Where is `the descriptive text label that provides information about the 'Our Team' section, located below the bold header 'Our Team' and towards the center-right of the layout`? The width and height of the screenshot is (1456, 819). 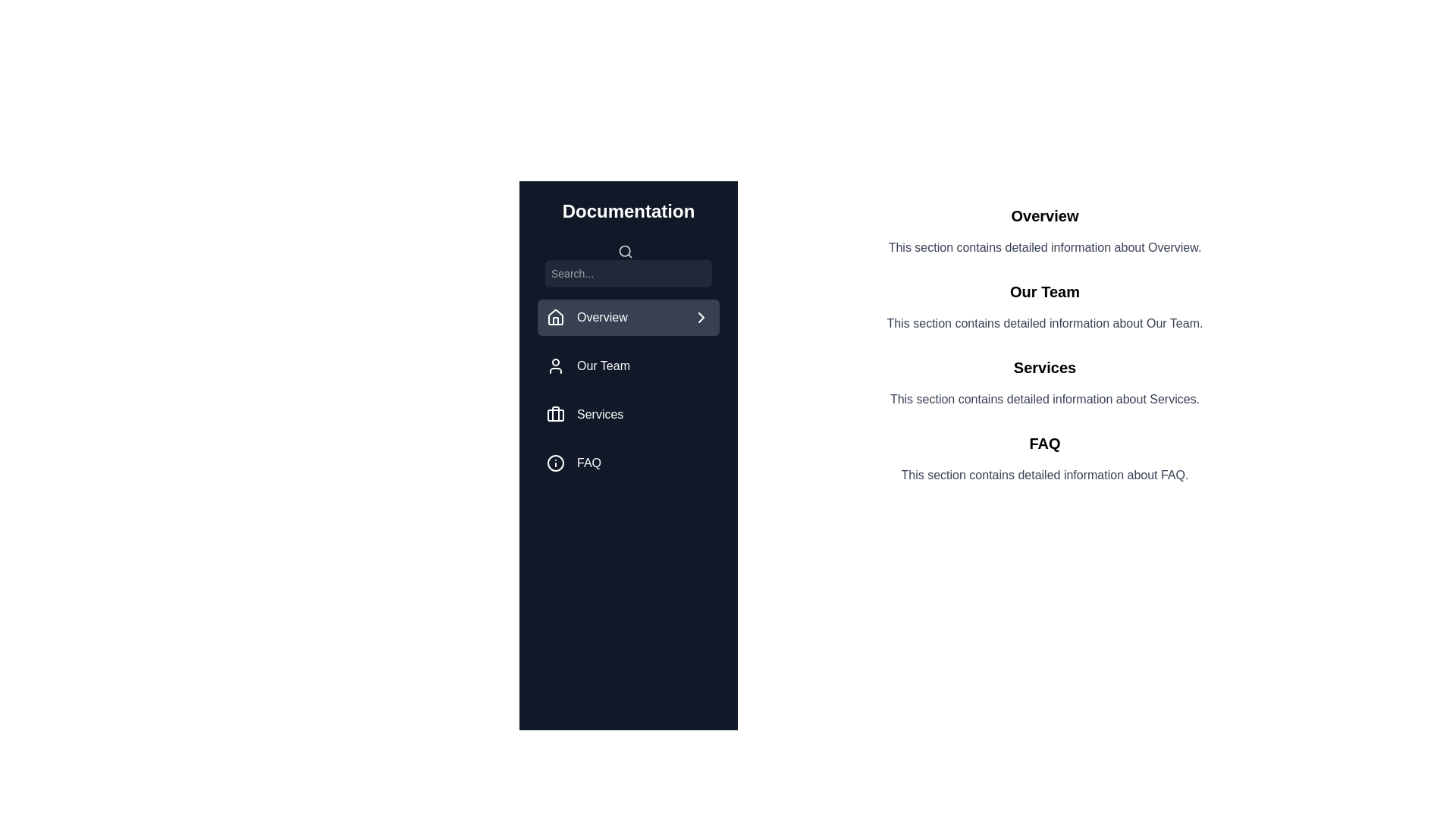 the descriptive text label that provides information about the 'Our Team' section, located below the bold header 'Our Team' and towards the center-right of the layout is located at coordinates (1043, 323).